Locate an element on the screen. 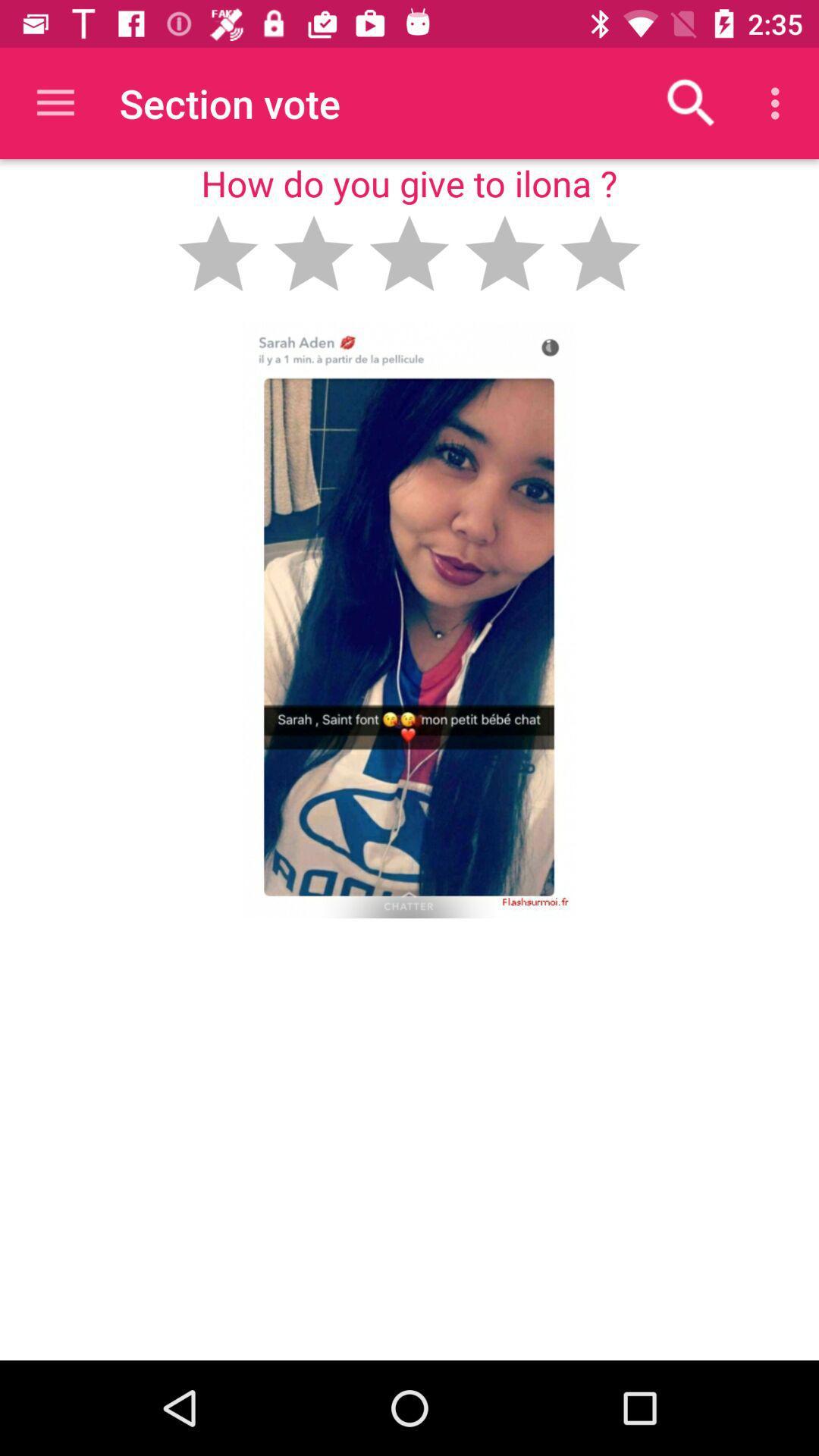 Image resolution: width=819 pixels, height=1456 pixels. the item to the right of the how do you is located at coordinates (691, 102).